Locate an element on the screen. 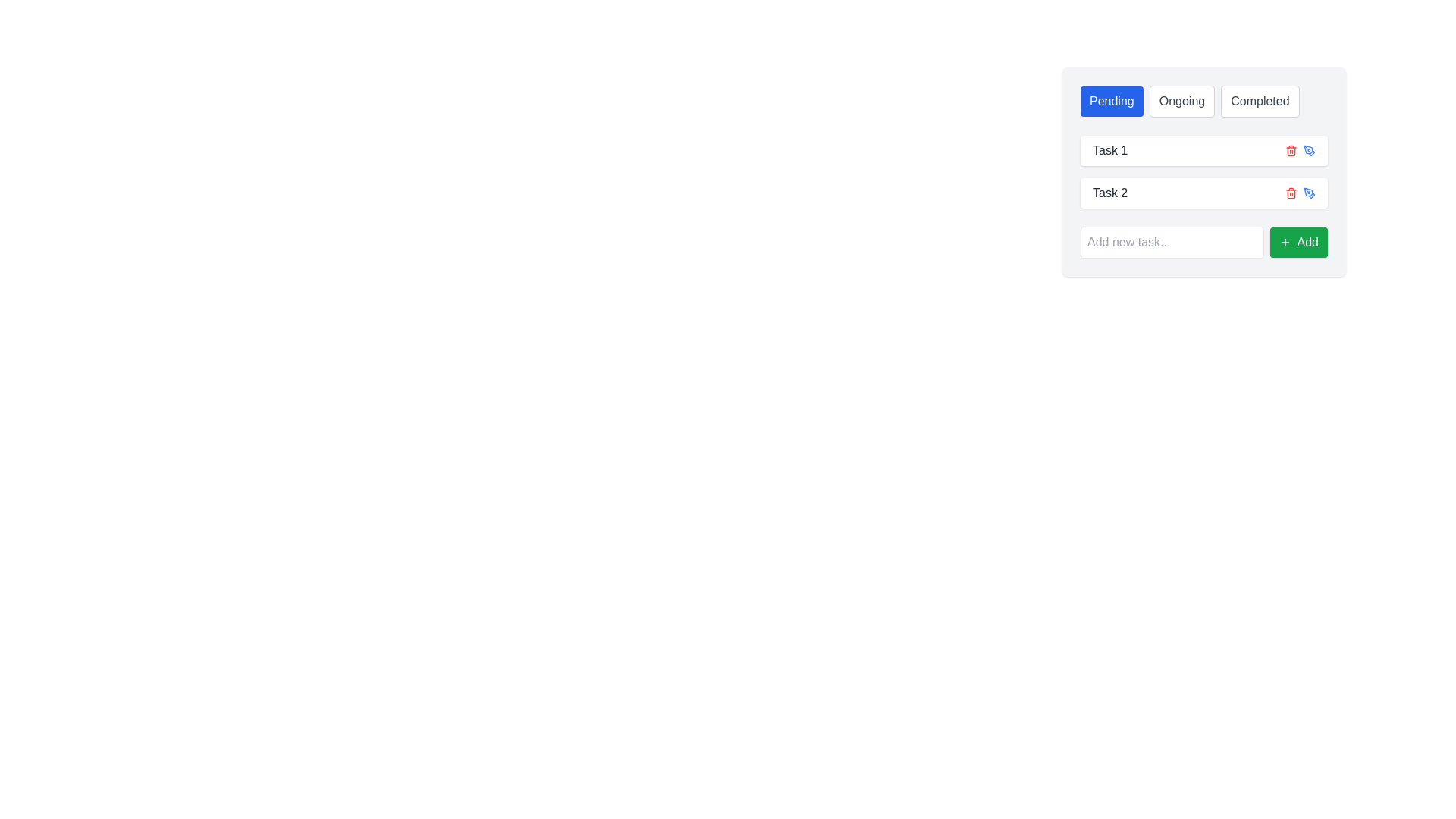  the interactive blue pen tool icon button located in the top-right portion of the interface, near 'Task 2' is located at coordinates (1309, 192).